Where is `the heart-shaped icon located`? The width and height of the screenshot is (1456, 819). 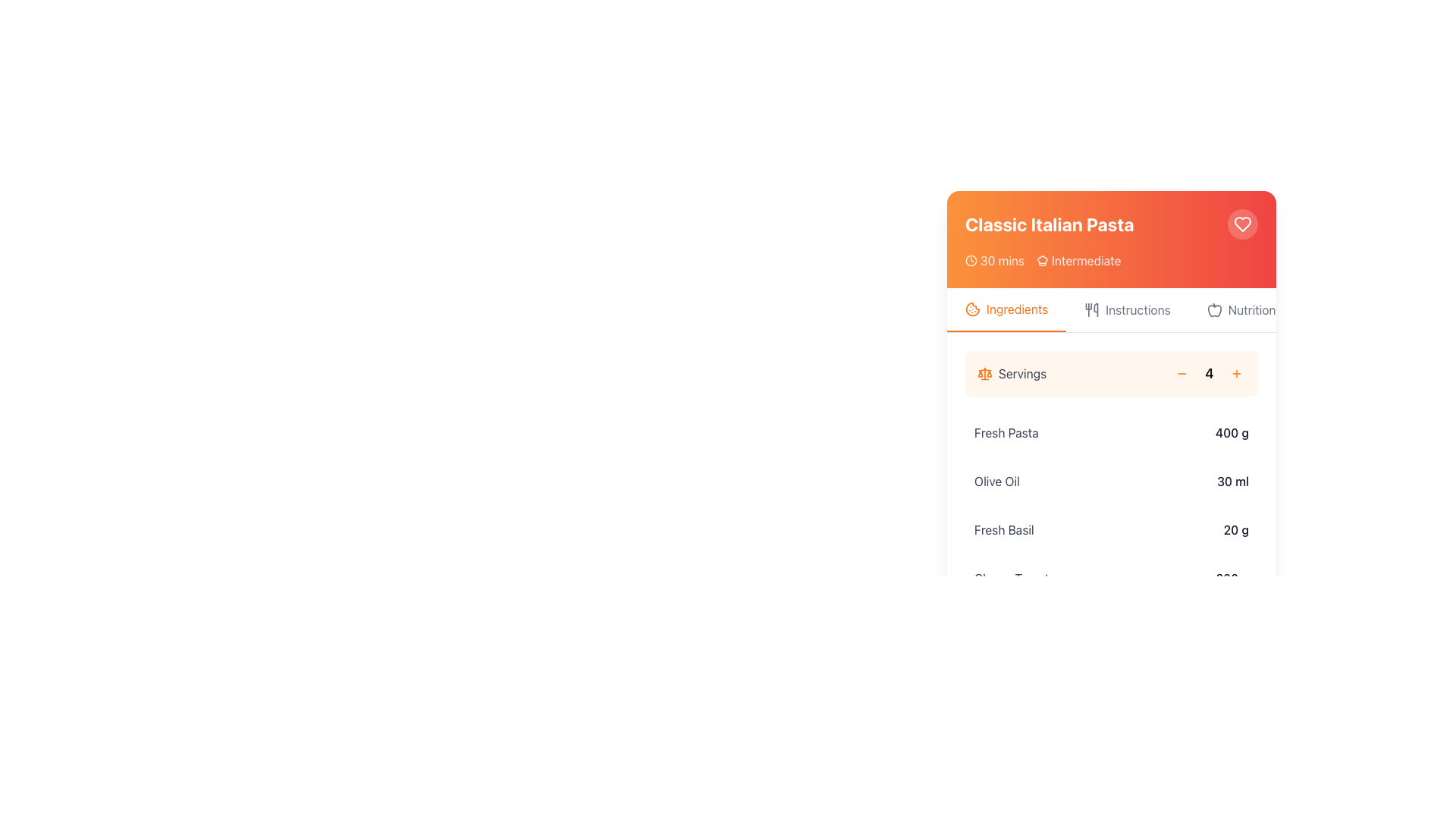
the heart-shaped icon located is located at coordinates (1242, 224).